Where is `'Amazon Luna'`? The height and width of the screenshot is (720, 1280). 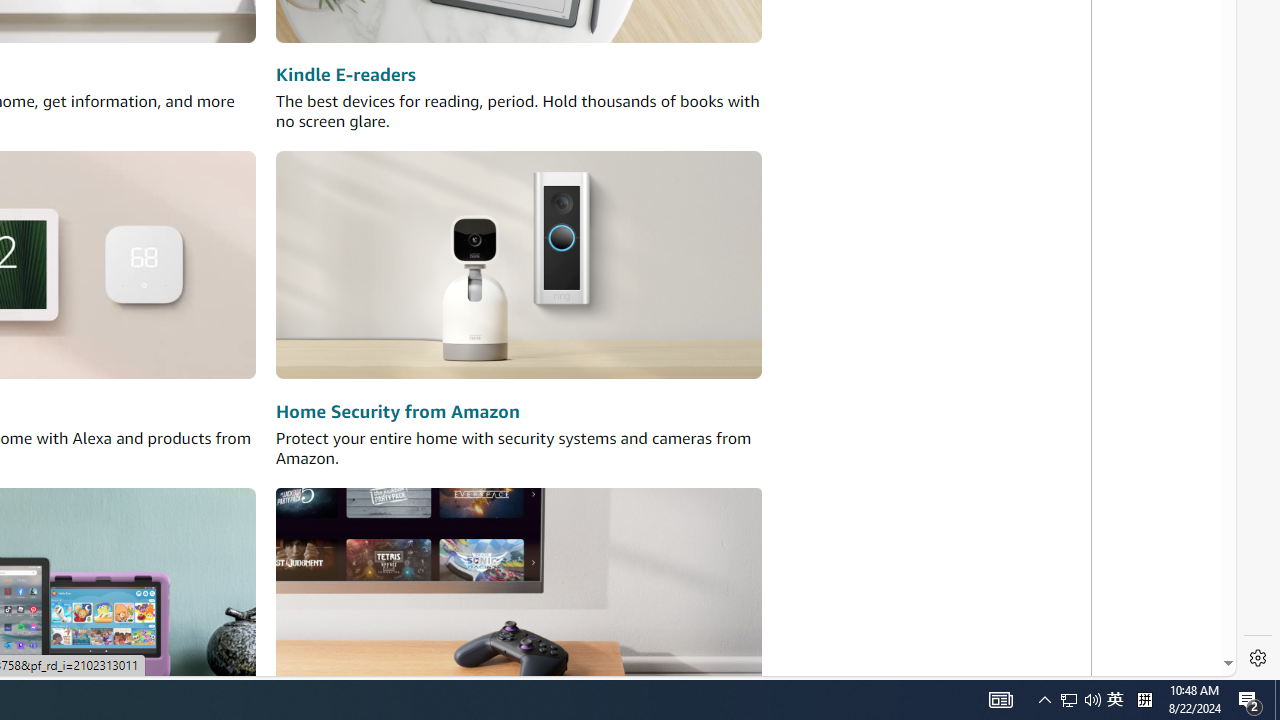
'Amazon Luna' is located at coordinates (519, 600).